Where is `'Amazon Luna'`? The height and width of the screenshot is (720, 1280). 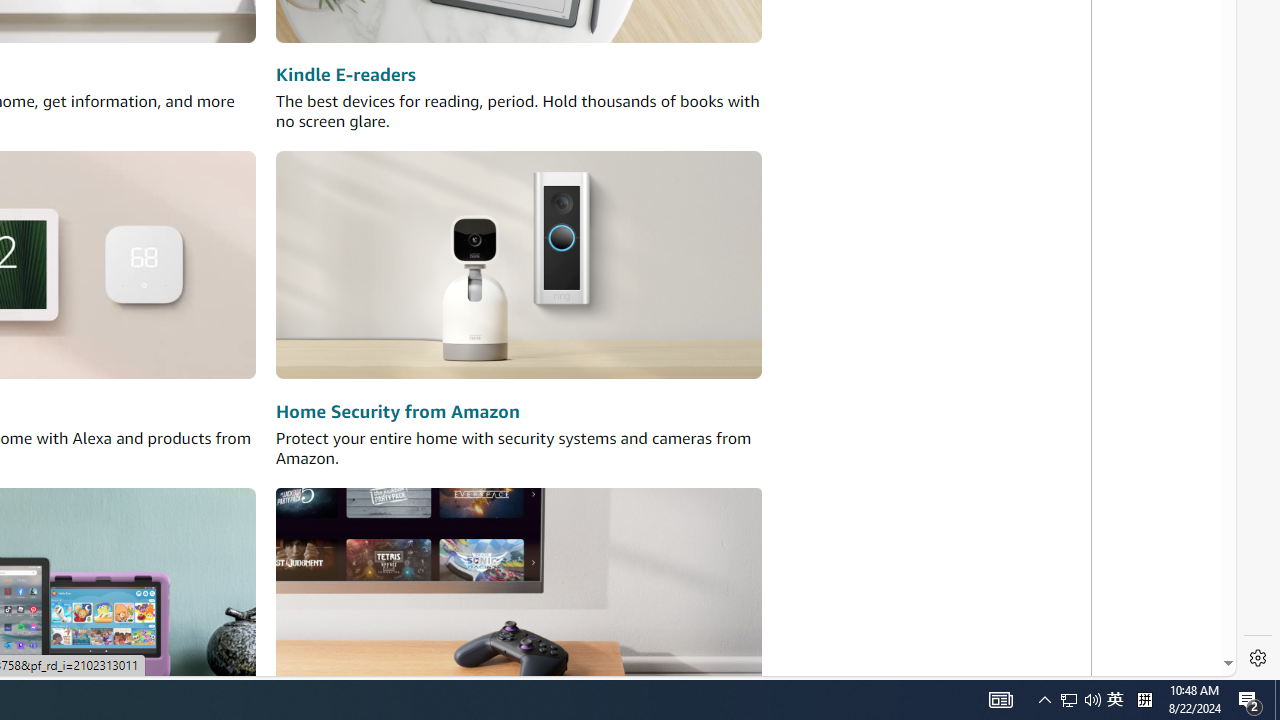
'Amazon Luna' is located at coordinates (519, 600).